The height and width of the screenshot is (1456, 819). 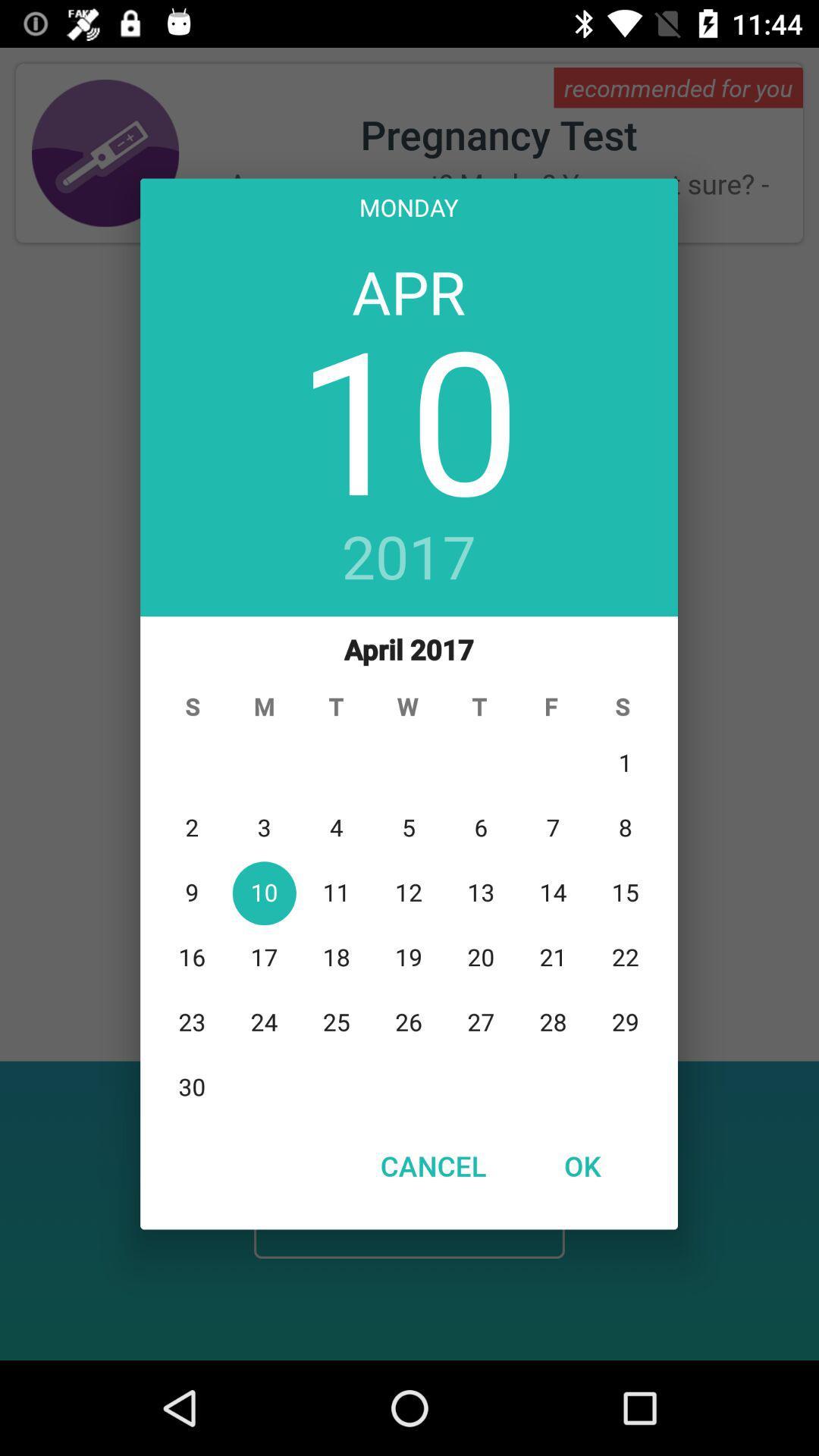 What do you see at coordinates (433, 1165) in the screenshot?
I see `the icon to the left of ok item` at bounding box center [433, 1165].